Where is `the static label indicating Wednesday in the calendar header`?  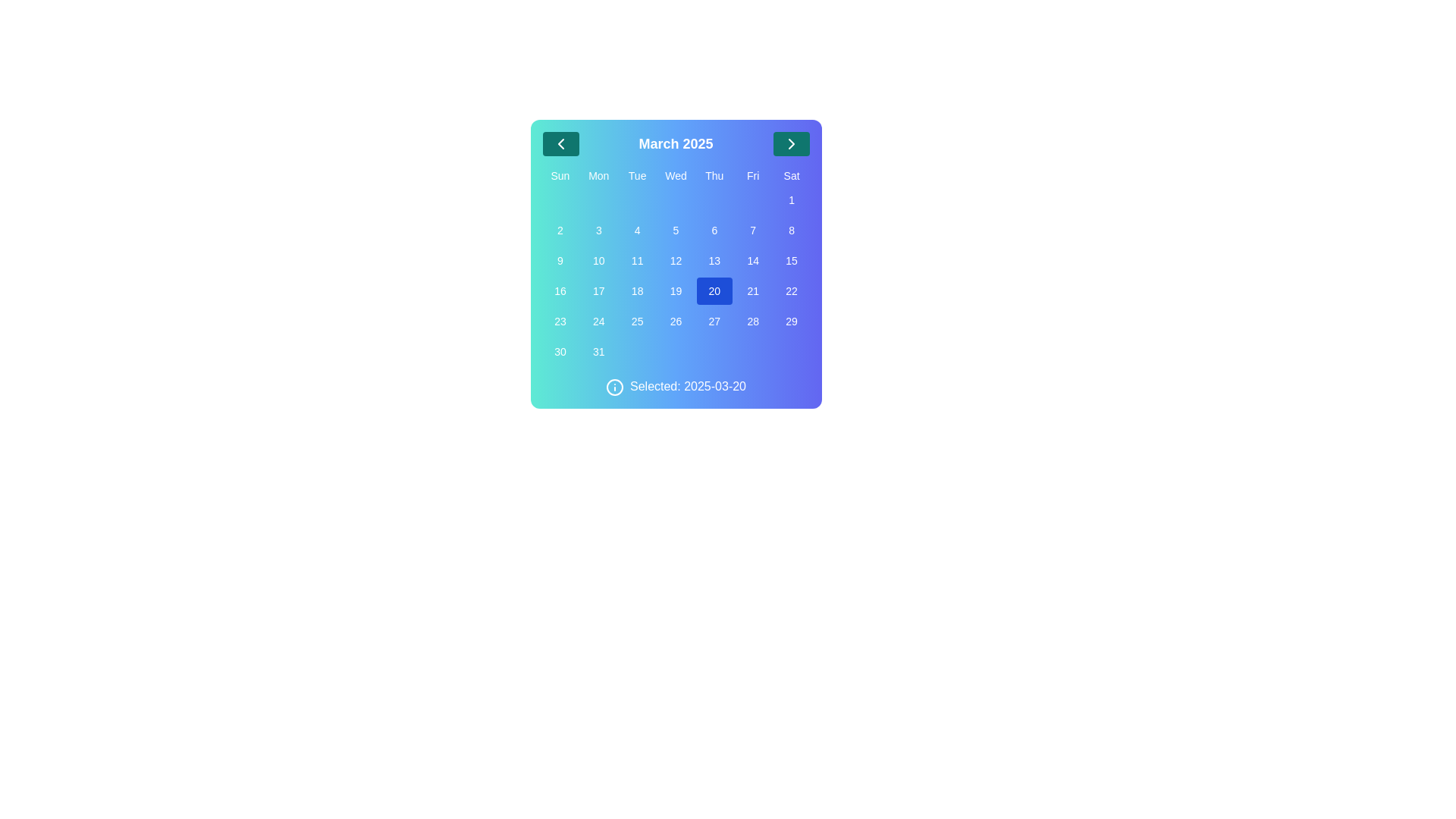
the static label indicating Wednesday in the calendar header is located at coordinates (675, 174).